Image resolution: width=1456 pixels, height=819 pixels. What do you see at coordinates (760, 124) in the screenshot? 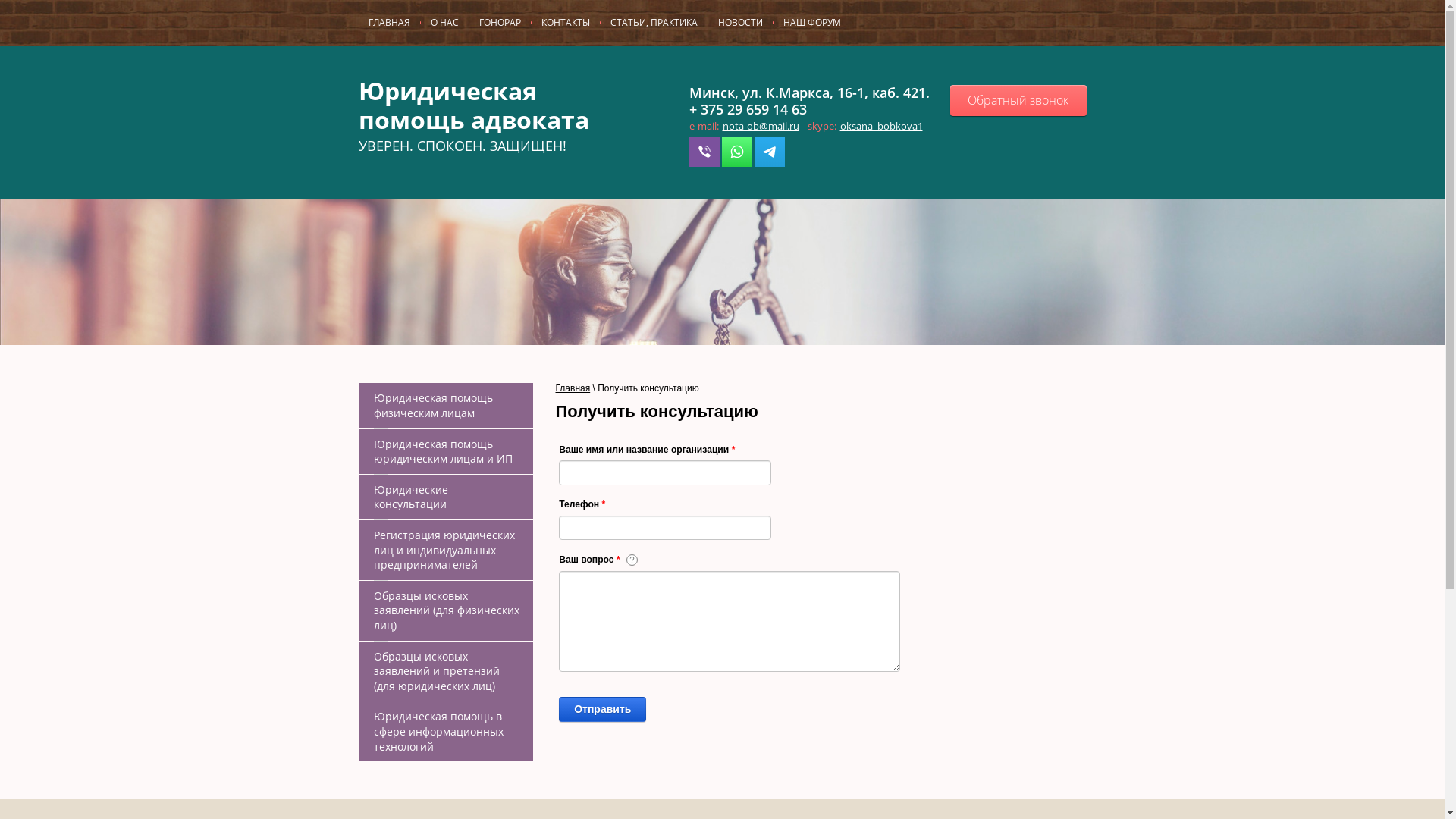
I see `'nota-ob@mail.ru'` at bounding box center [760, 124].